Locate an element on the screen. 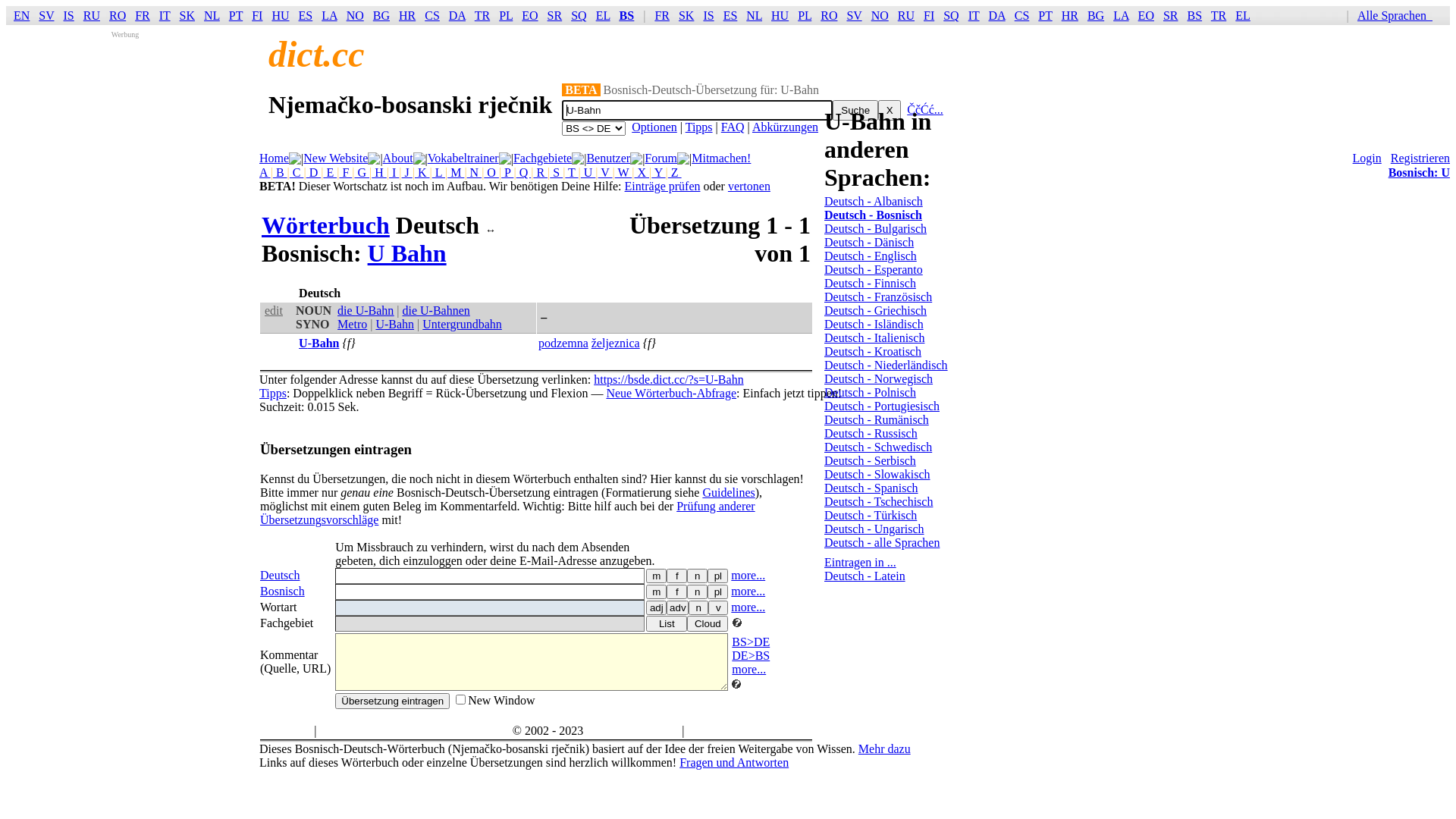 The image size is (1456, 819). 'U-Bahn' is located at coordinates (394, 323).